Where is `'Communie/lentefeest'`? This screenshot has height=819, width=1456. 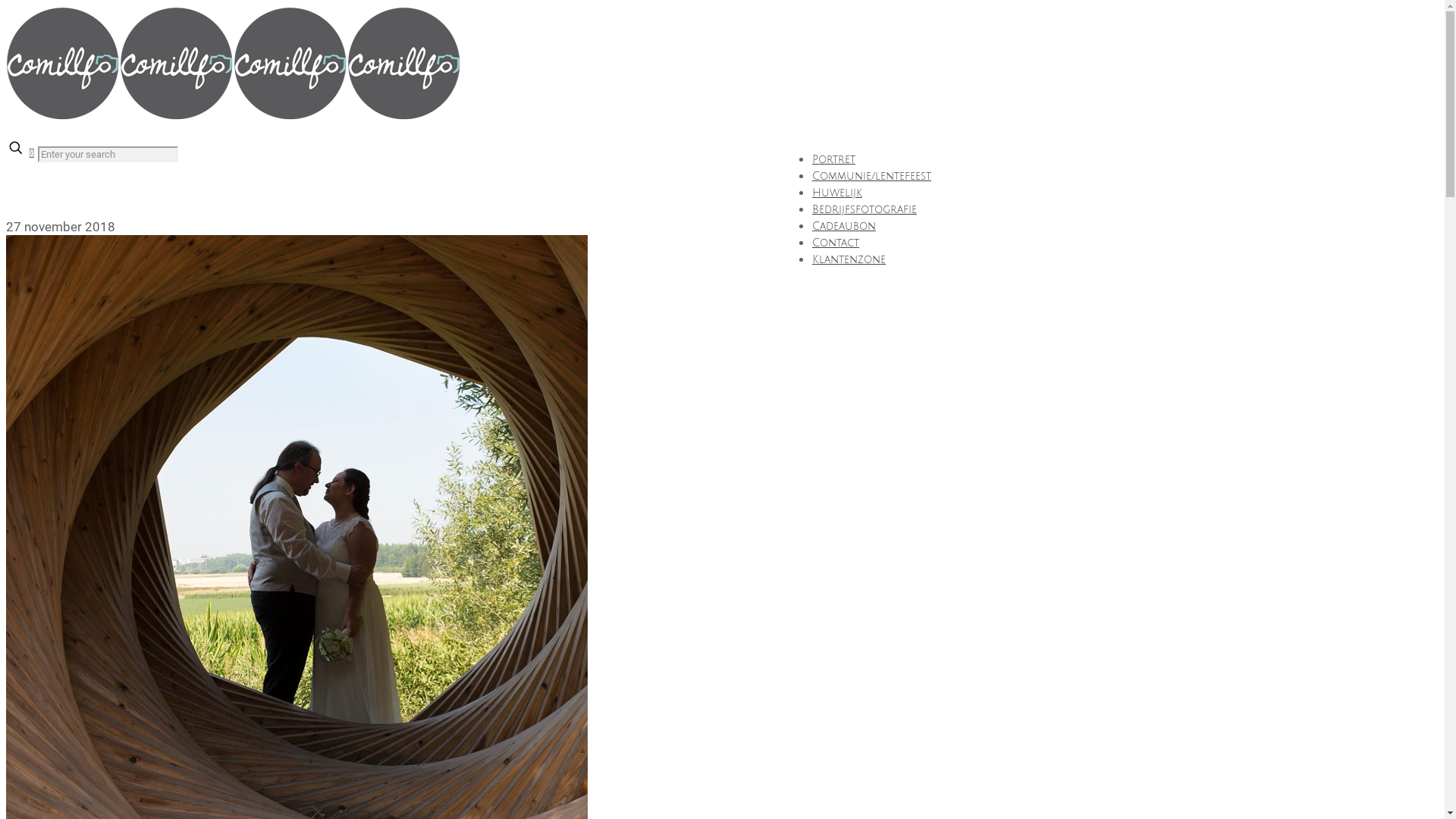 'Communie/lentefeest' is located at coordinates (871, 175).